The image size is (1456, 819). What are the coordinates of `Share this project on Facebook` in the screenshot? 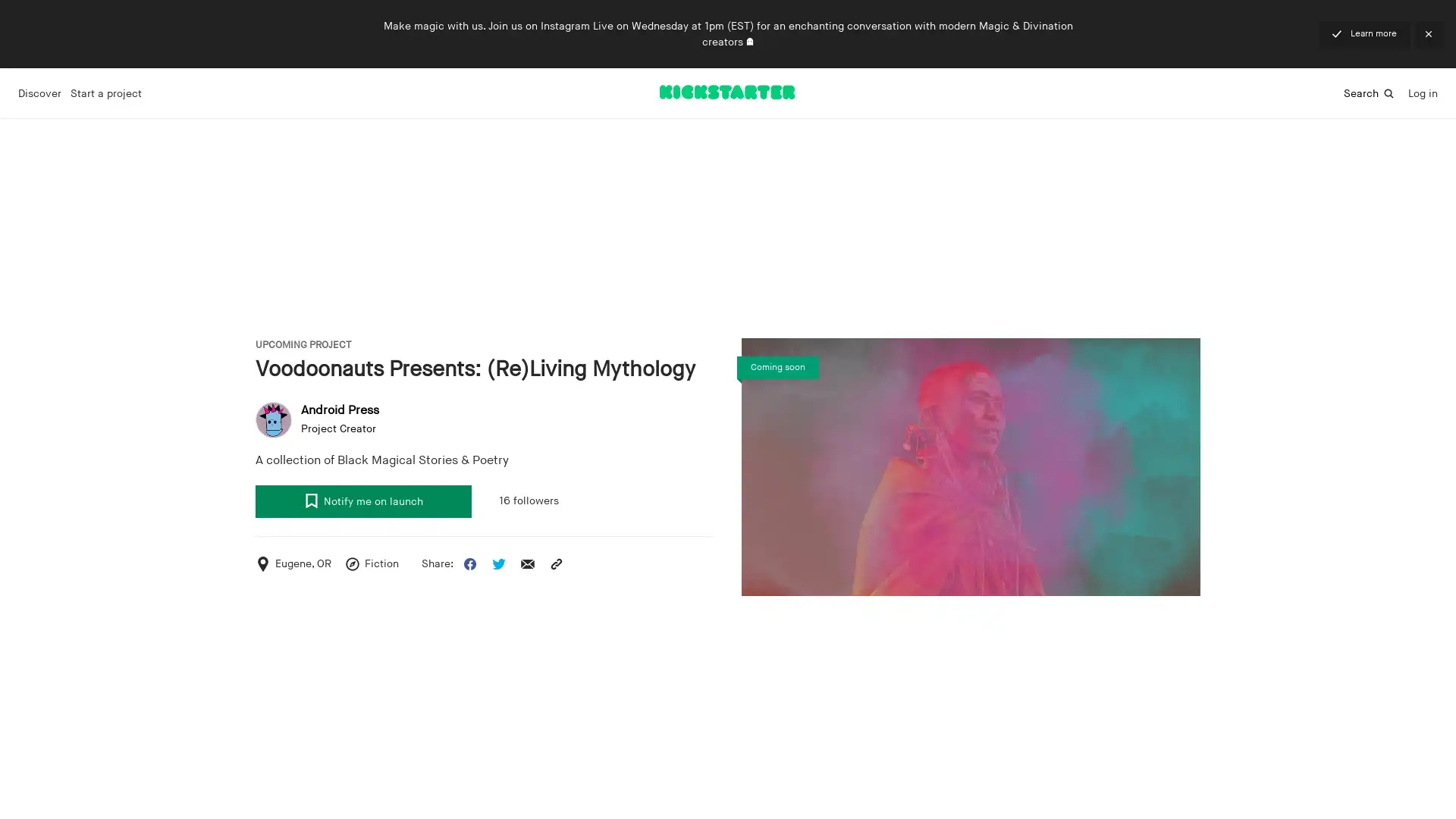 It's located at (469, 563).